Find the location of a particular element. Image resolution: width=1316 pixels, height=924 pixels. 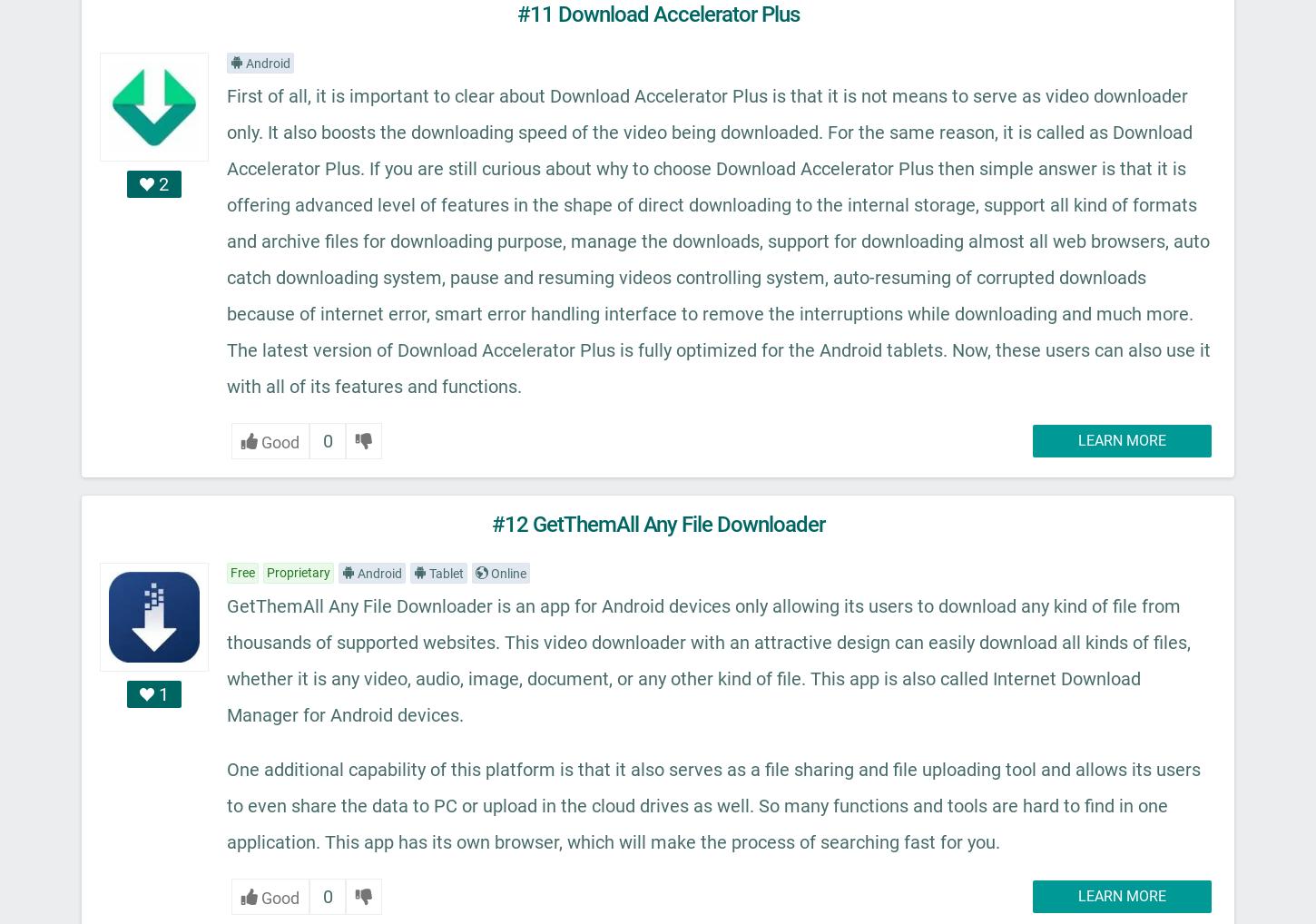

'Proprietary' is located at coordinates (299, 571).